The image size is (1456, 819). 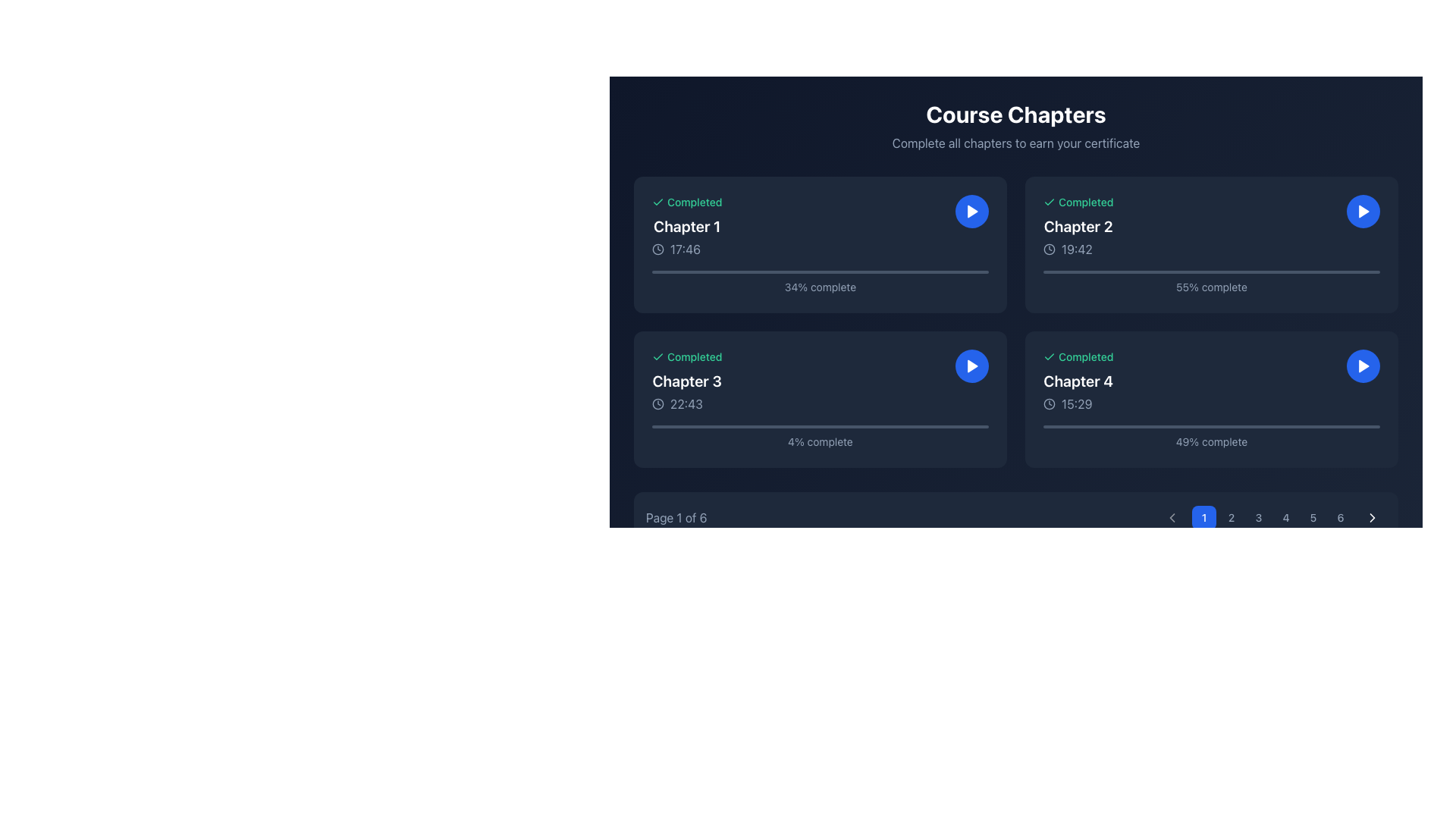 I want to click on the Text Label that displays the current progress percentage for Chapter 2, located beneath the progress indicator line within the card, so click(x=1211, y=287).